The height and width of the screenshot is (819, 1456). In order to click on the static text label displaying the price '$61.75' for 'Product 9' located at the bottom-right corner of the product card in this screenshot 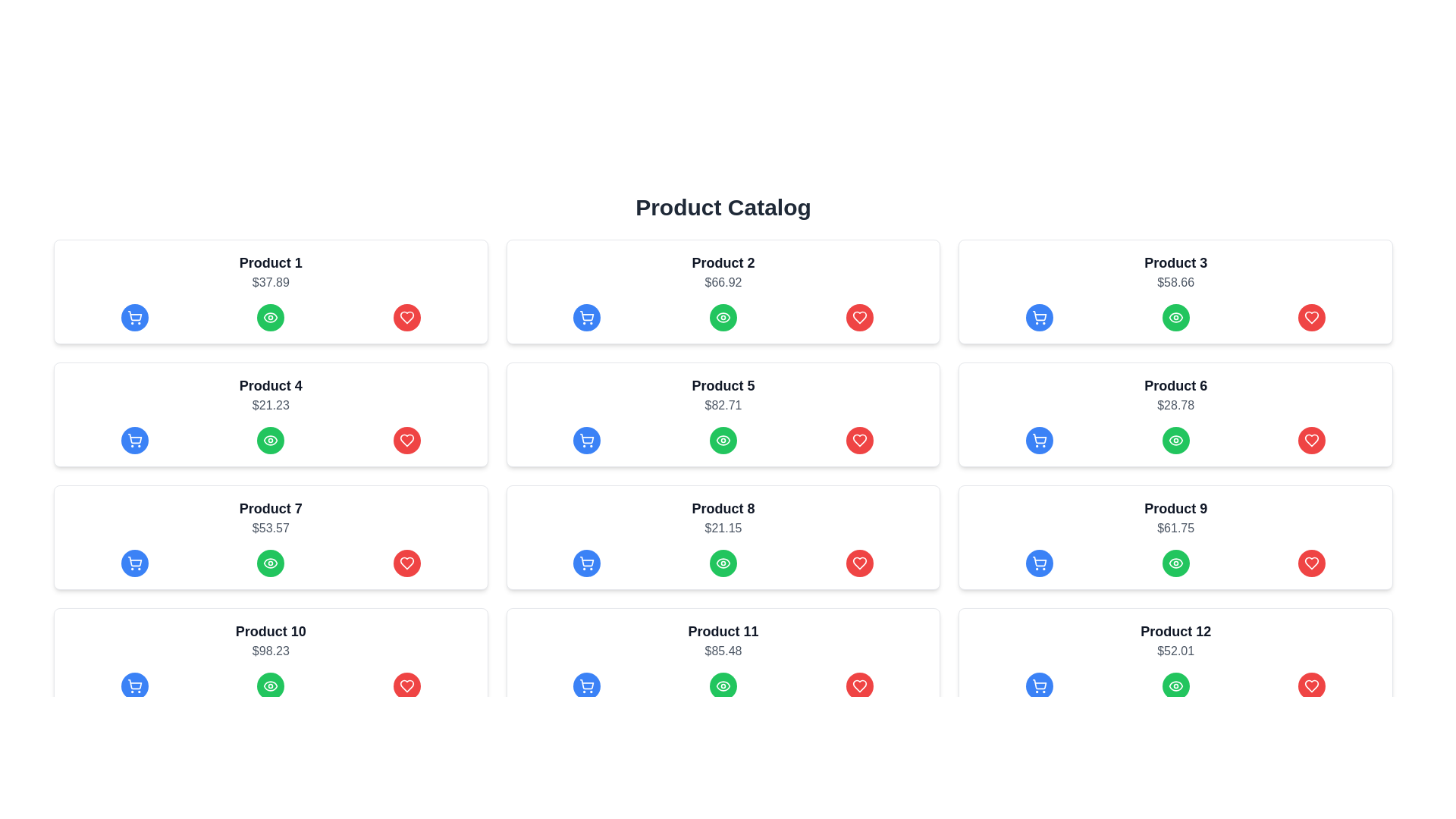, I will do `click(1175, 528)`.